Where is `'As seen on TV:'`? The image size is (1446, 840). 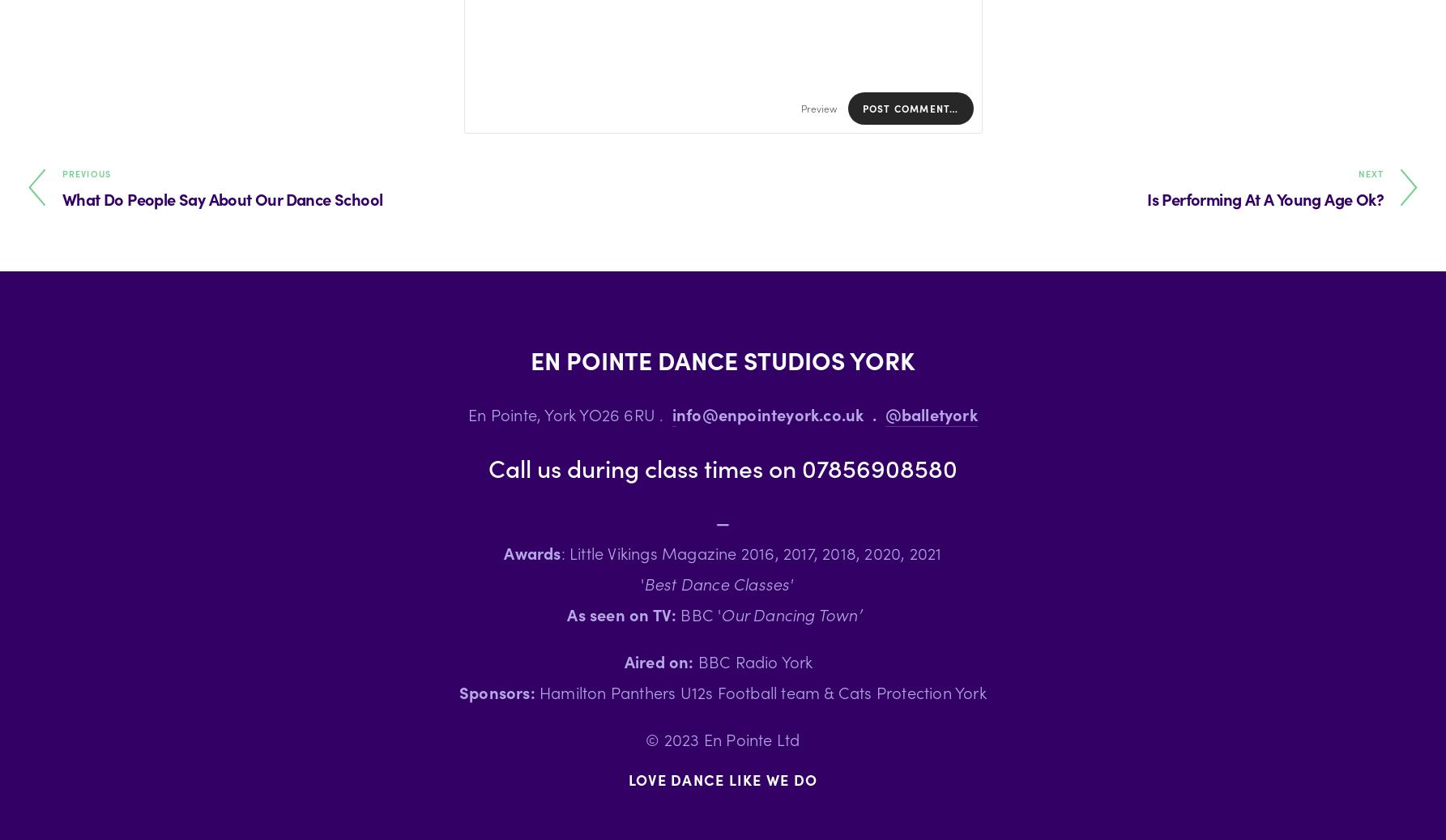
'As seen on TV:' is located at coordinates (621, 613).